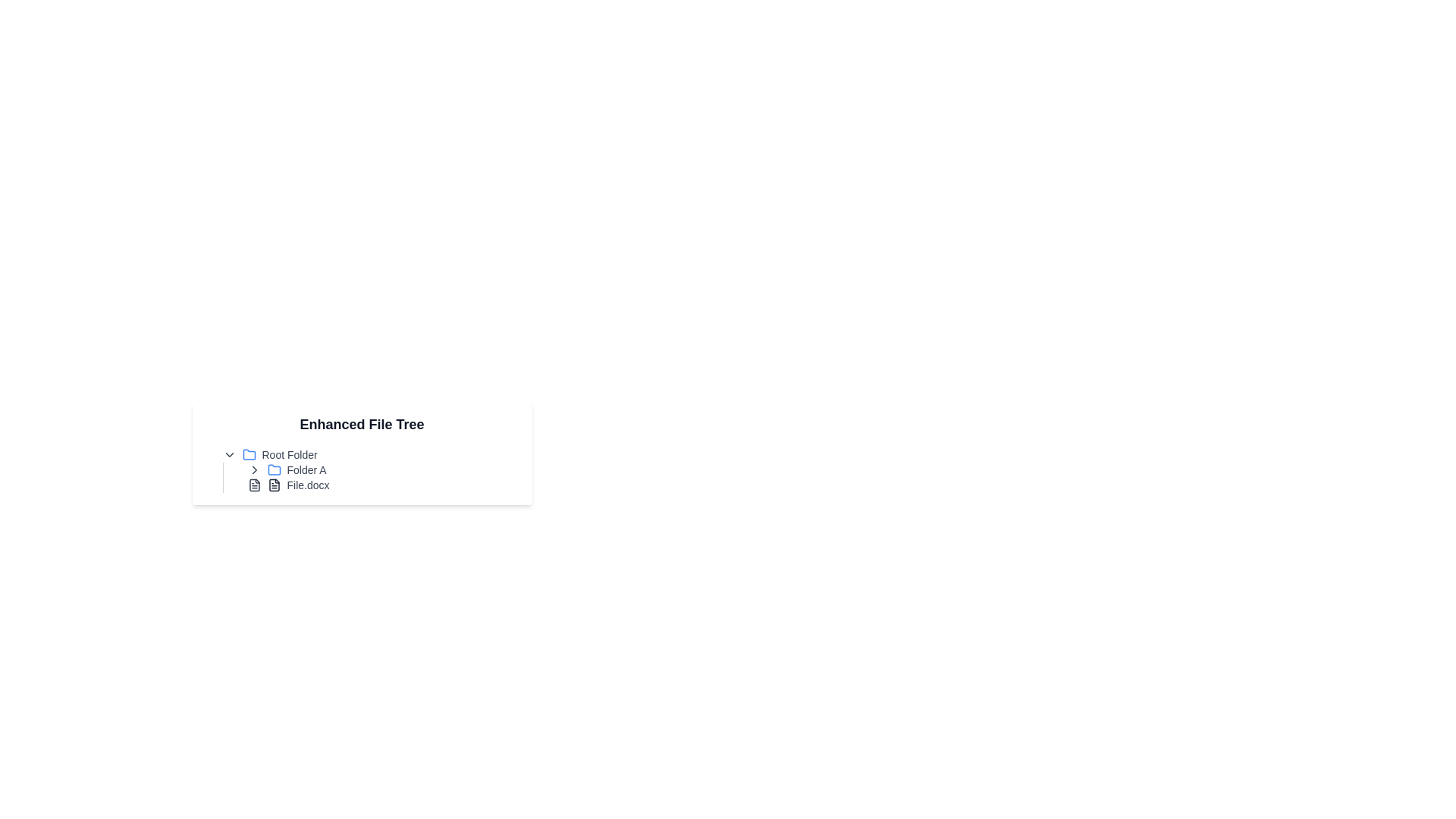 The height and width of the screenshot is (819, 1456). What do you see at coordinates (274, 485) in the screenshot?
I see `the document file icon located to the left of the filename 'File.docx' in the file tree interface` at bounding box center [274, 485].